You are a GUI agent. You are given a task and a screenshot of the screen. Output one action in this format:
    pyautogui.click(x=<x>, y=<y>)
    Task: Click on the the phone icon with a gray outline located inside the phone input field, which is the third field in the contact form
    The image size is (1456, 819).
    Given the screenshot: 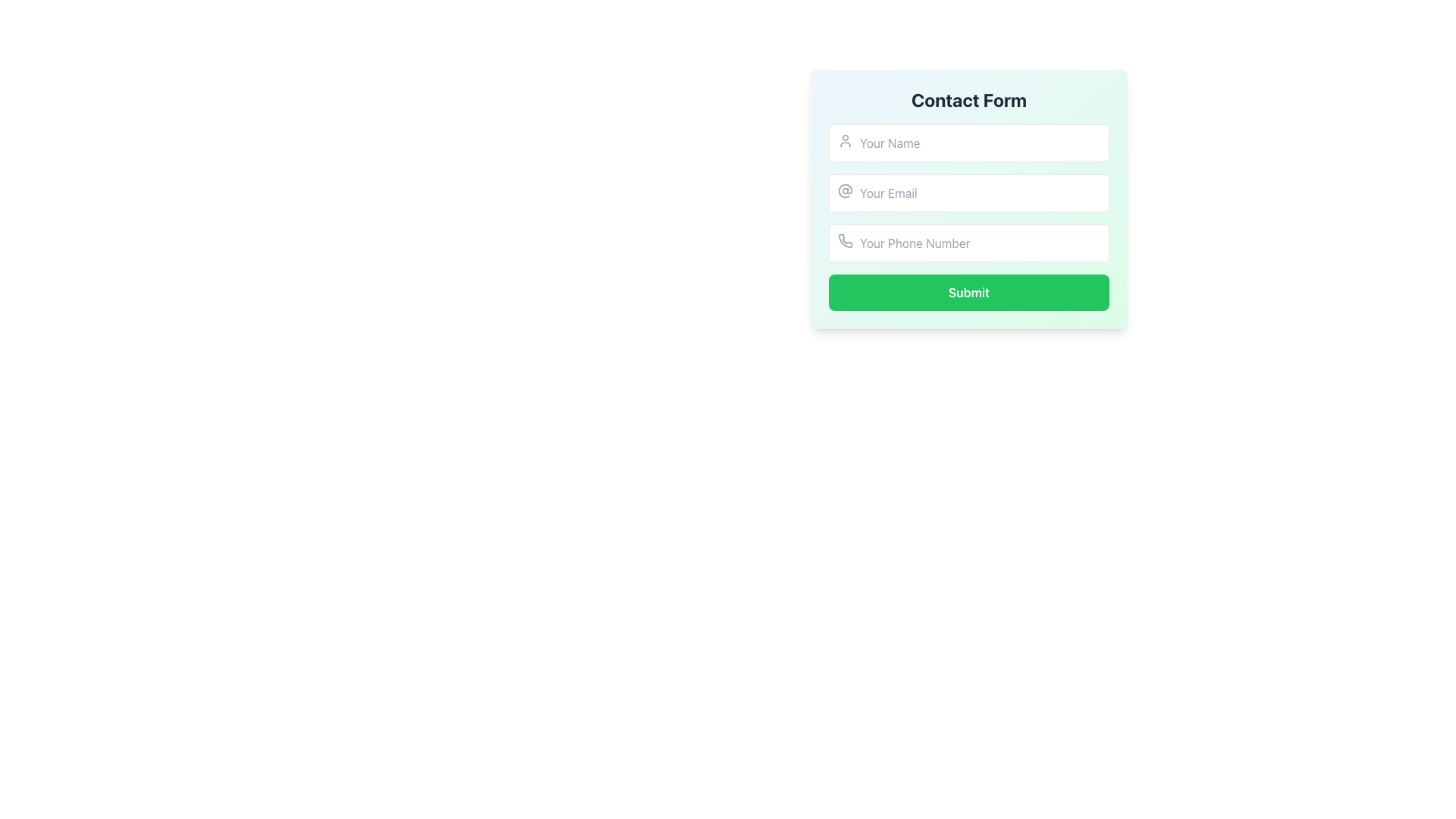 What is the action you would take?
    pyautogui.click(x=845, y=240)
    